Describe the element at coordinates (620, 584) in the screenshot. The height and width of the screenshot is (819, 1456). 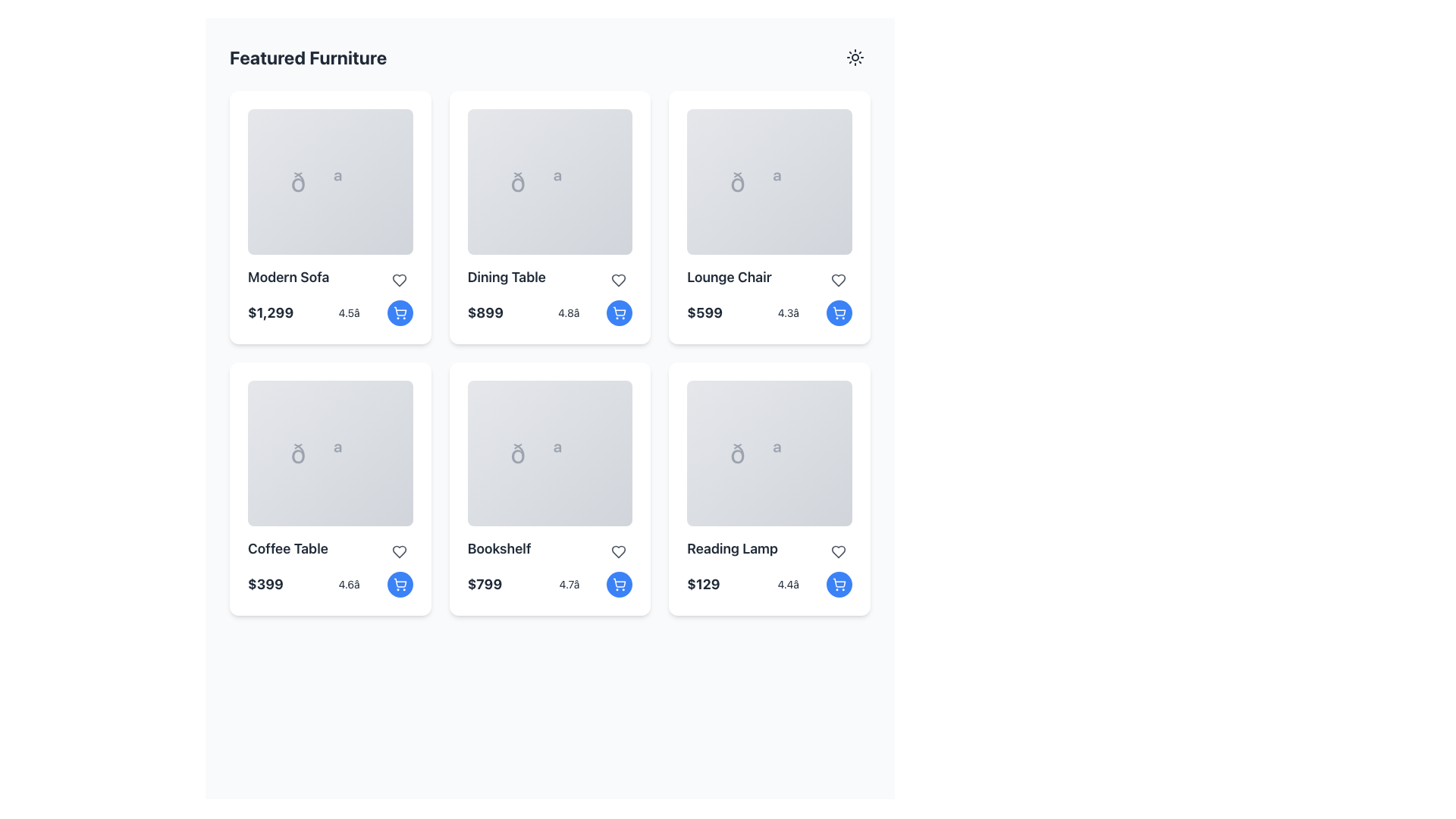
I see `the rounded blue button with a shopping cart icon located at the bottom-right corner of the 'Bookshelf' product card` at that location.